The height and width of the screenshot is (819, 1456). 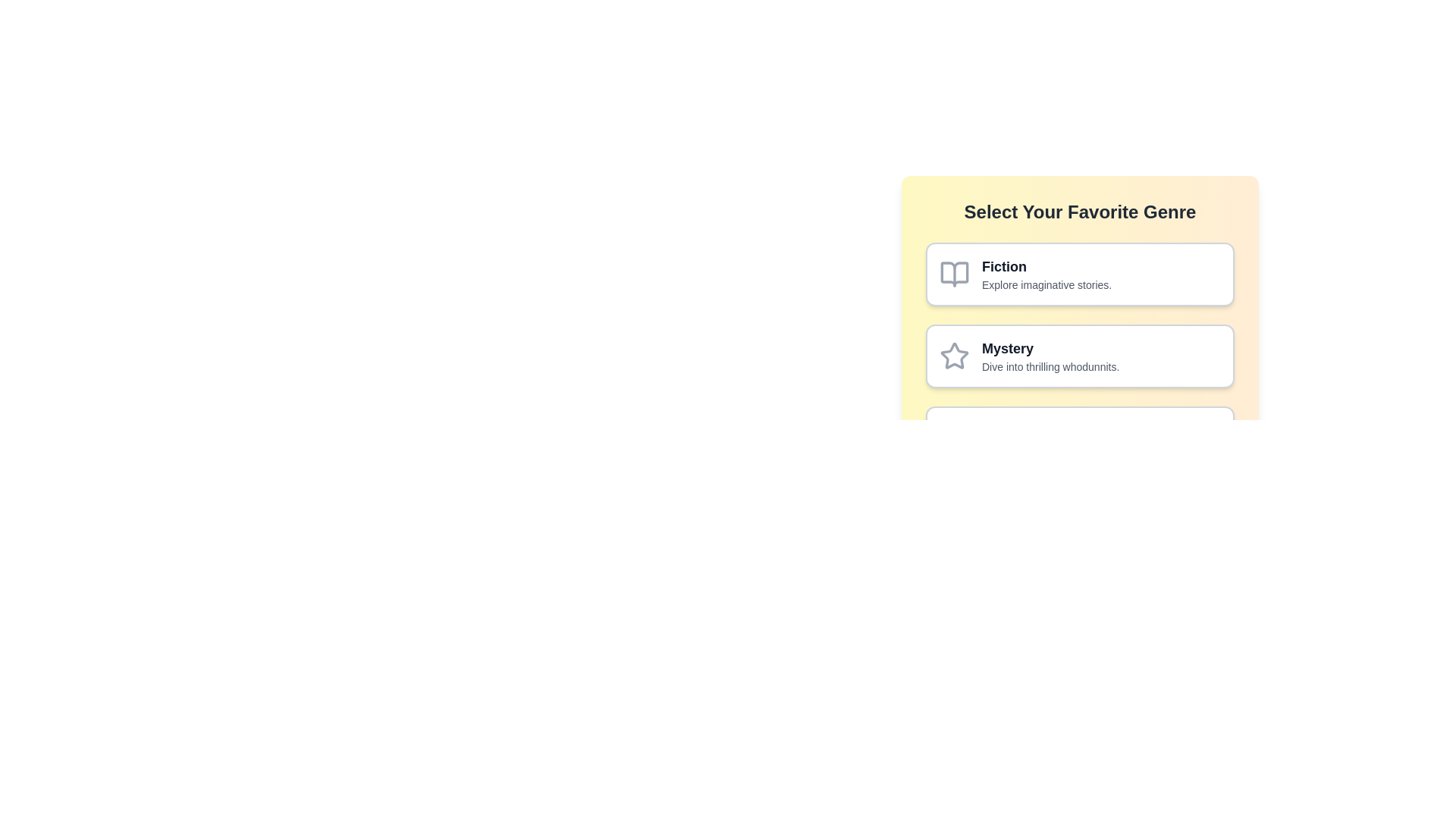 What do you see at coordinates (1046, 284) in the screenshot?
I see `the descriptive text label that provides context to the 'Fiction' header, located below it in the genre selection section` at bounding box center [1046, 284].